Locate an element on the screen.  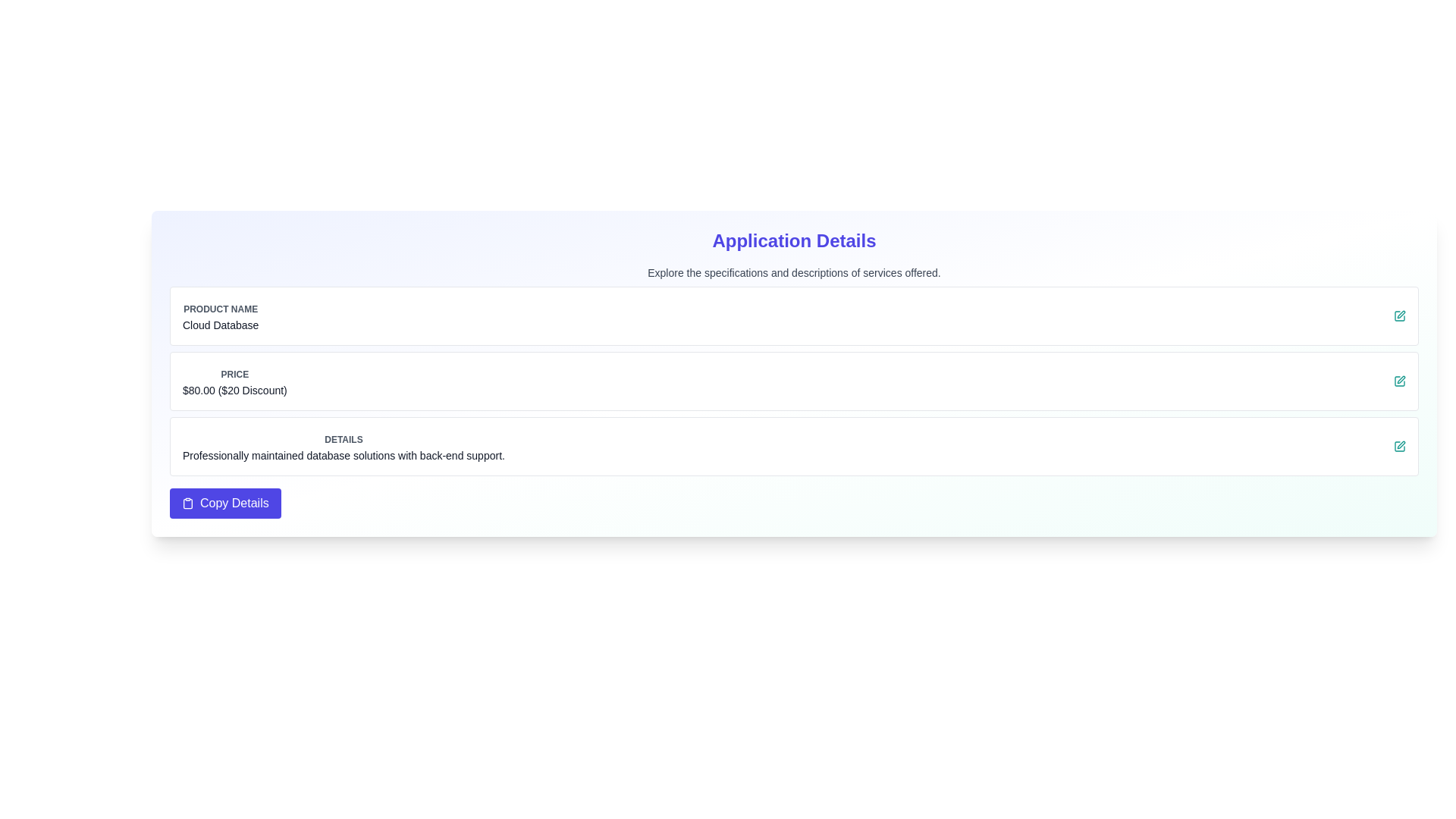
the small teal-colored icon styled as a pen or edit symbol located in the lower-right corner of the 'Details' card is located at coordinates (1399, 446).